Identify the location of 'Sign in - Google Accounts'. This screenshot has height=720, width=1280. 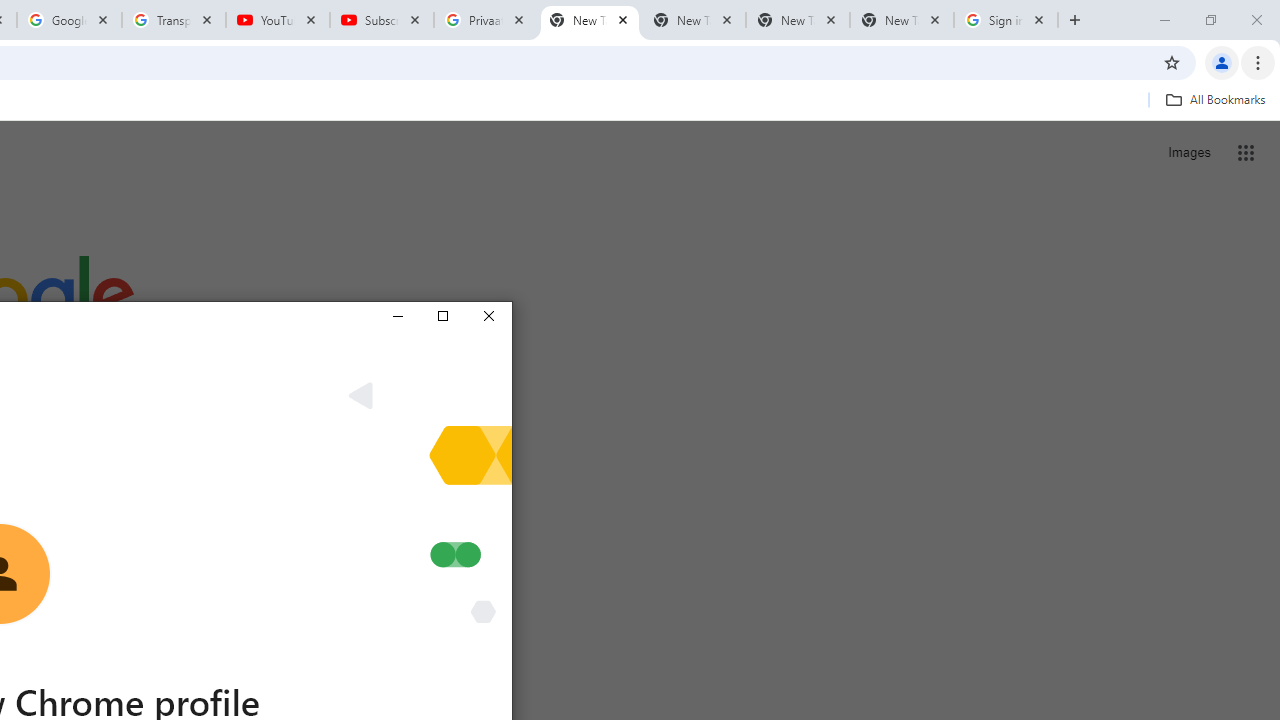
(1006, 20).